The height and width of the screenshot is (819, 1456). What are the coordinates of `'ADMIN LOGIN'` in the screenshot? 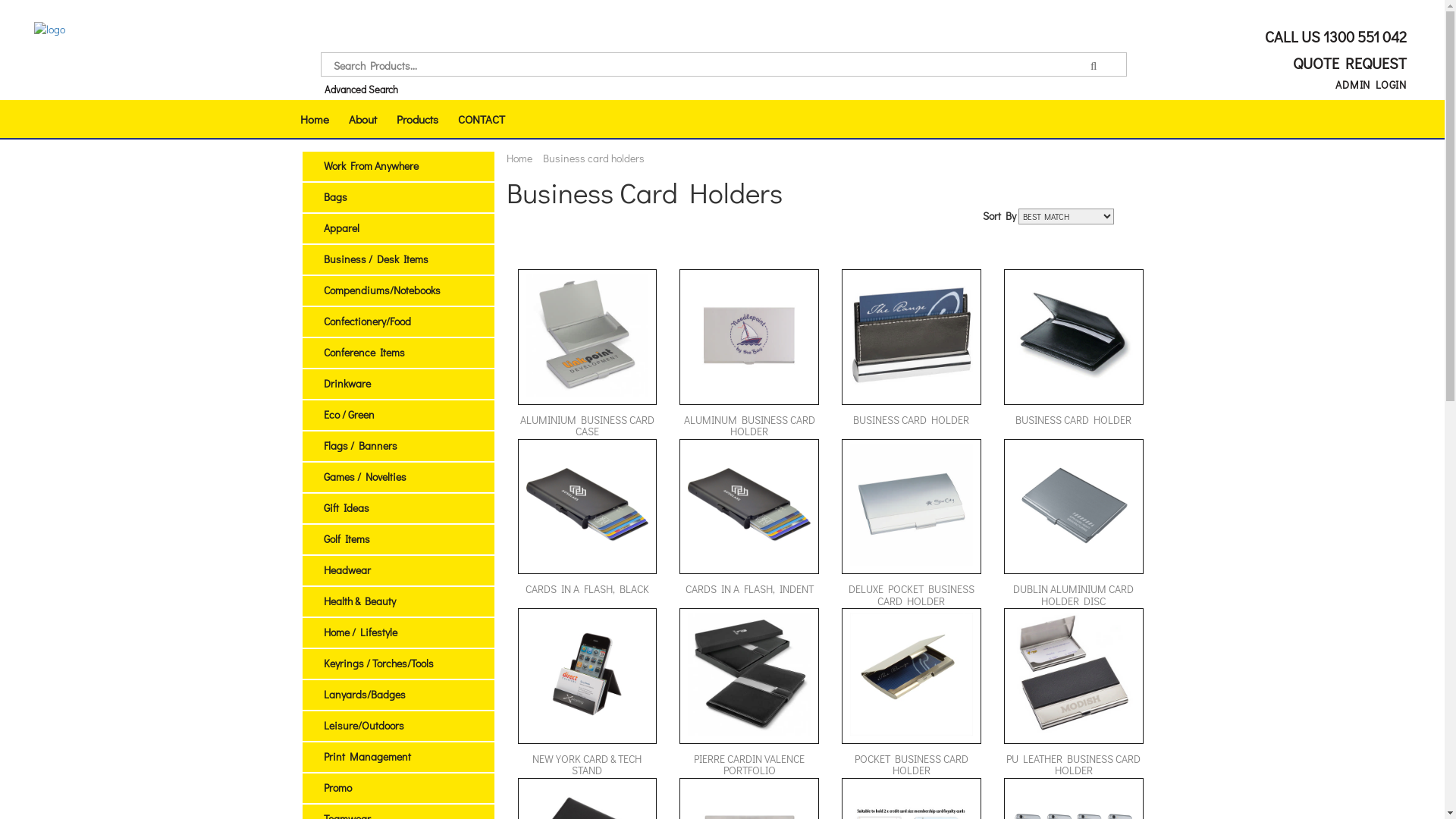 It's located at (1371, 84).